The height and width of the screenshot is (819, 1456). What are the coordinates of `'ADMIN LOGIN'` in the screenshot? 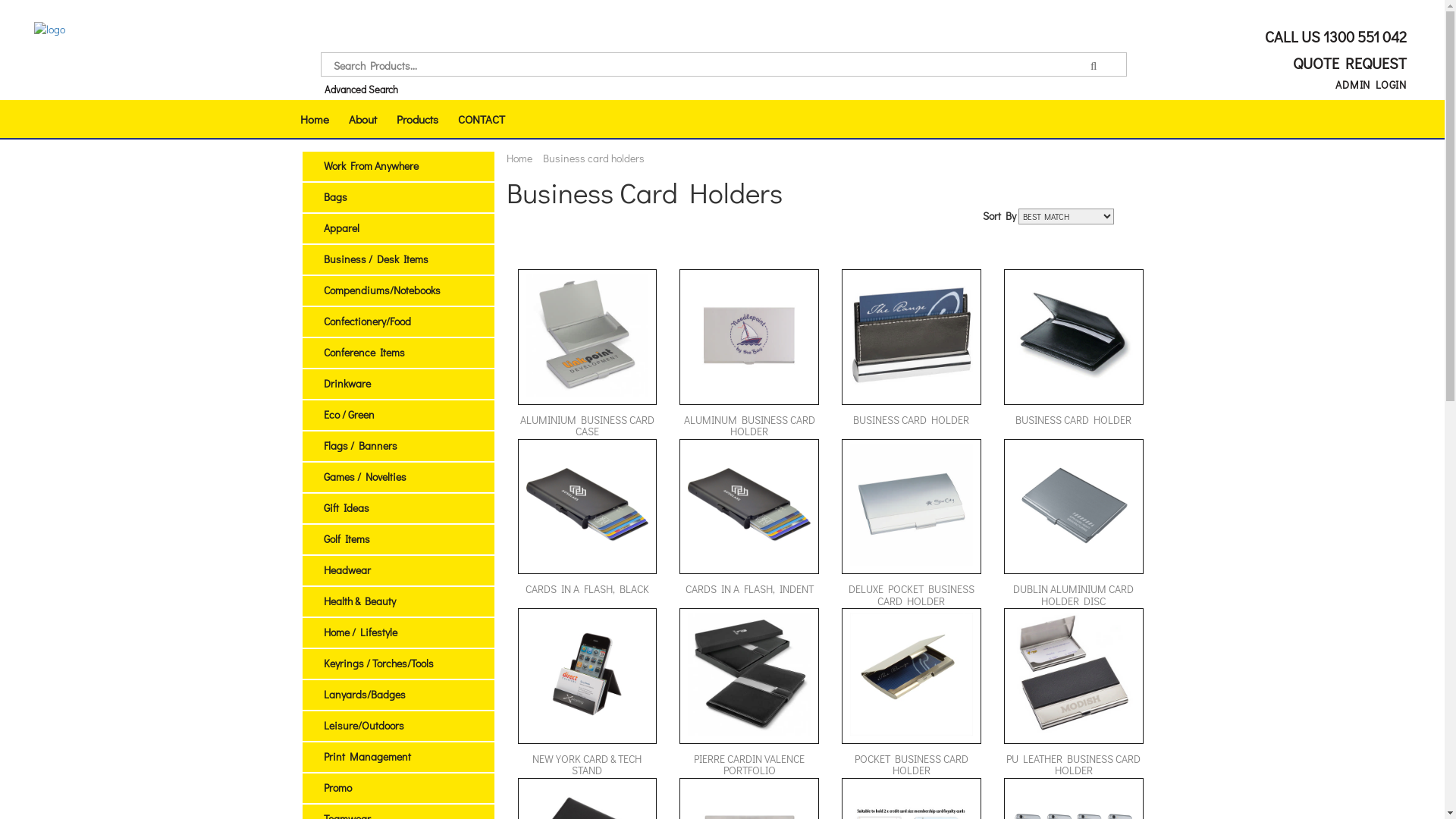 It's located at (1371, 84).